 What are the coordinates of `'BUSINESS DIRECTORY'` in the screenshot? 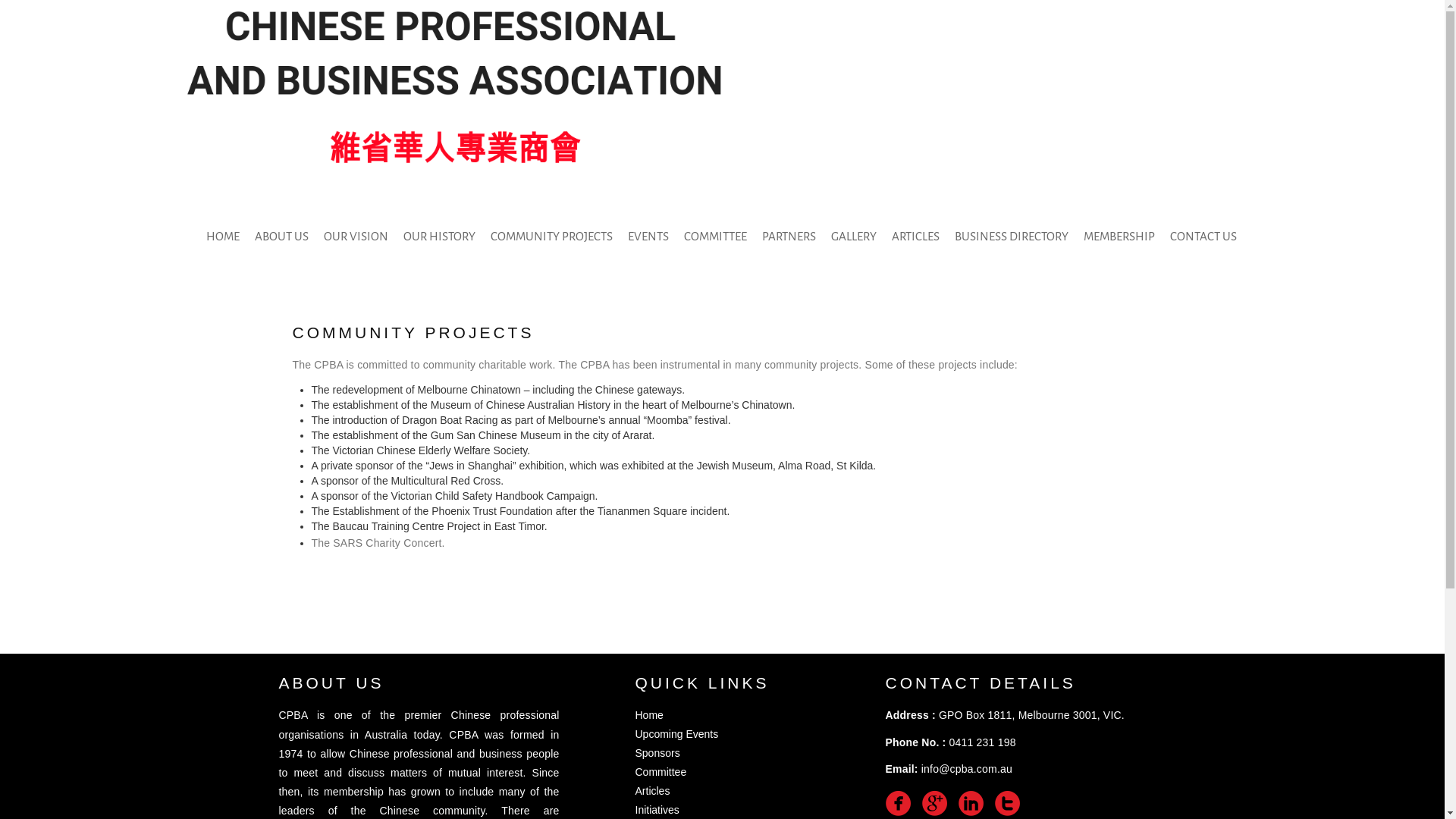 It's located at (1012, 237).